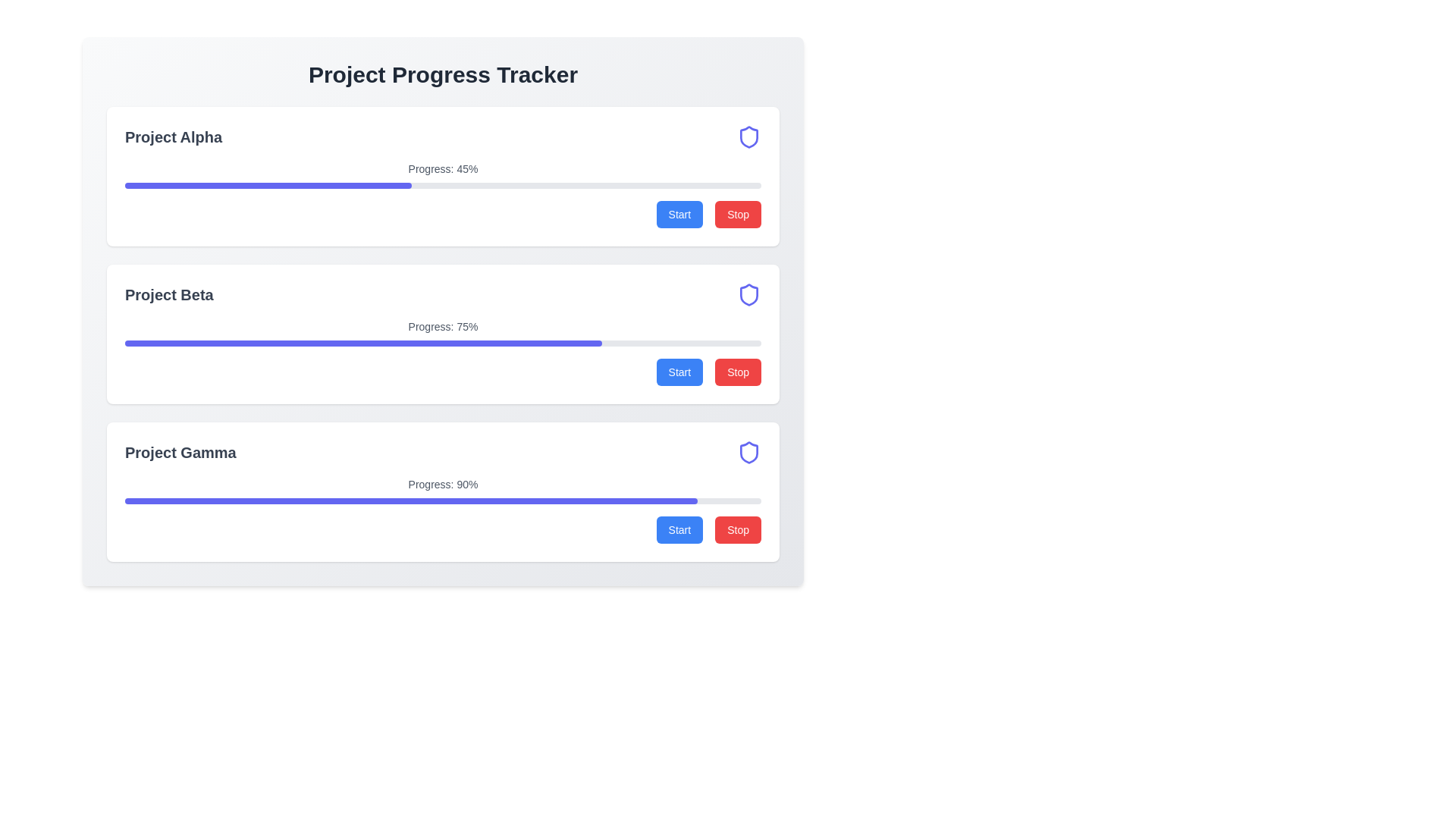  I want to click on the 'Stop' button located in the bottom-right corner of the horizontal action bar associated with 'Project Gamma', so click(738, 529).